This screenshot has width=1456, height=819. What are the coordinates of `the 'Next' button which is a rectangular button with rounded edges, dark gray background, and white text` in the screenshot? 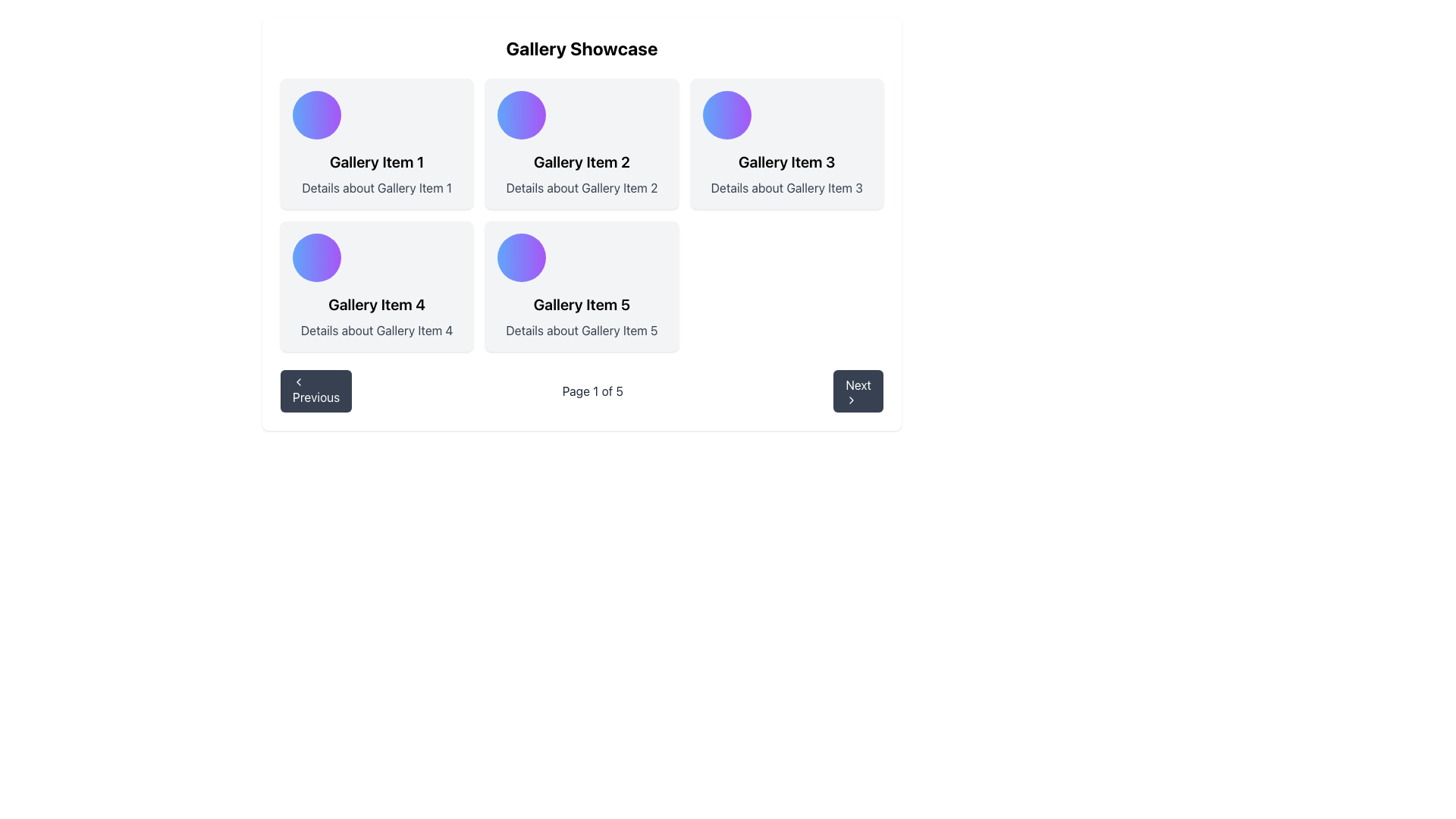 It's located at (858, 391).